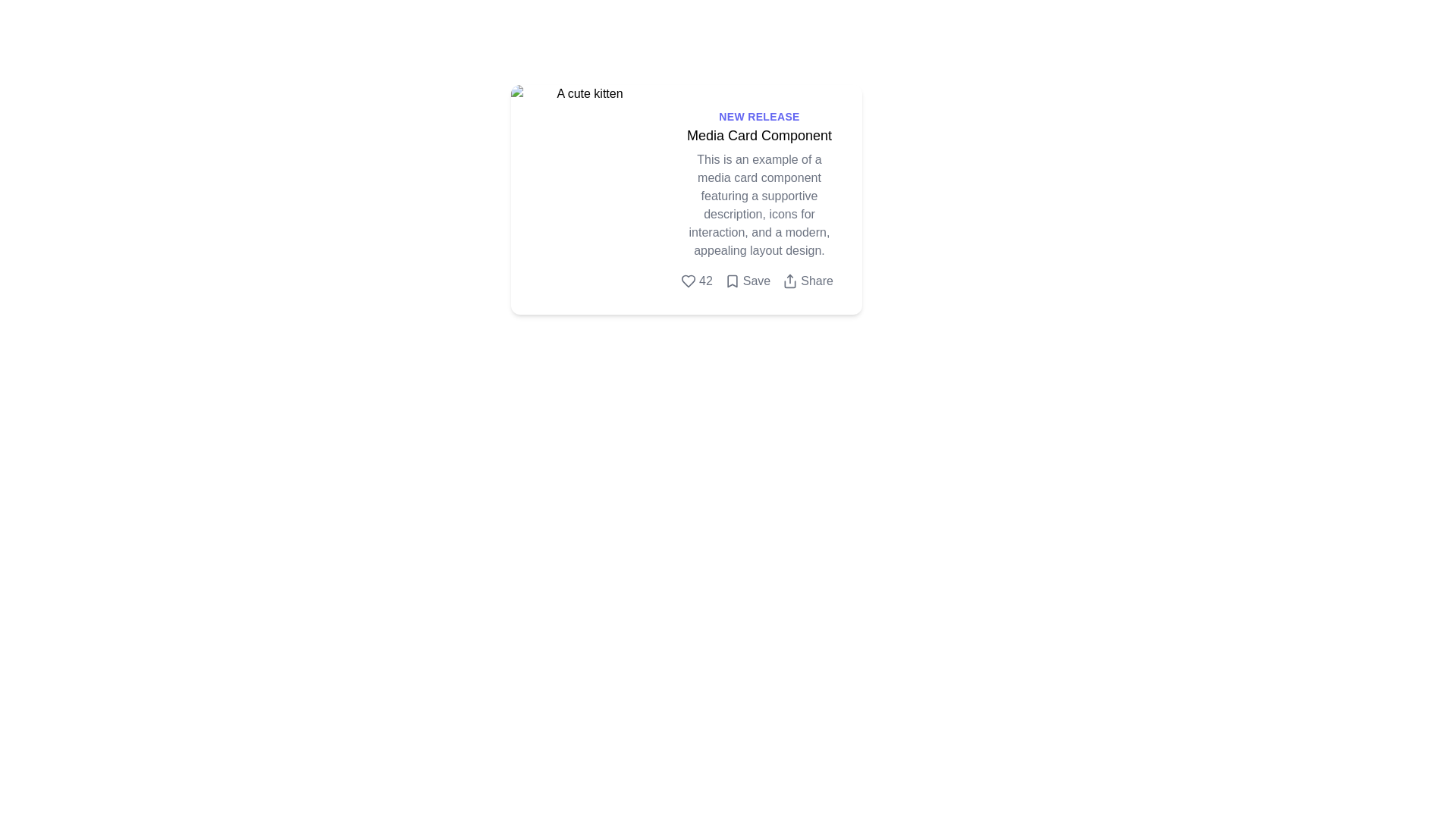 The image size is (1456, 819). What do you see at coordinates (695, 281) in the screenshot?
I see `the like button with a heart icon located at the bottom-left corner of the media card` at bounding box center [695, 281].